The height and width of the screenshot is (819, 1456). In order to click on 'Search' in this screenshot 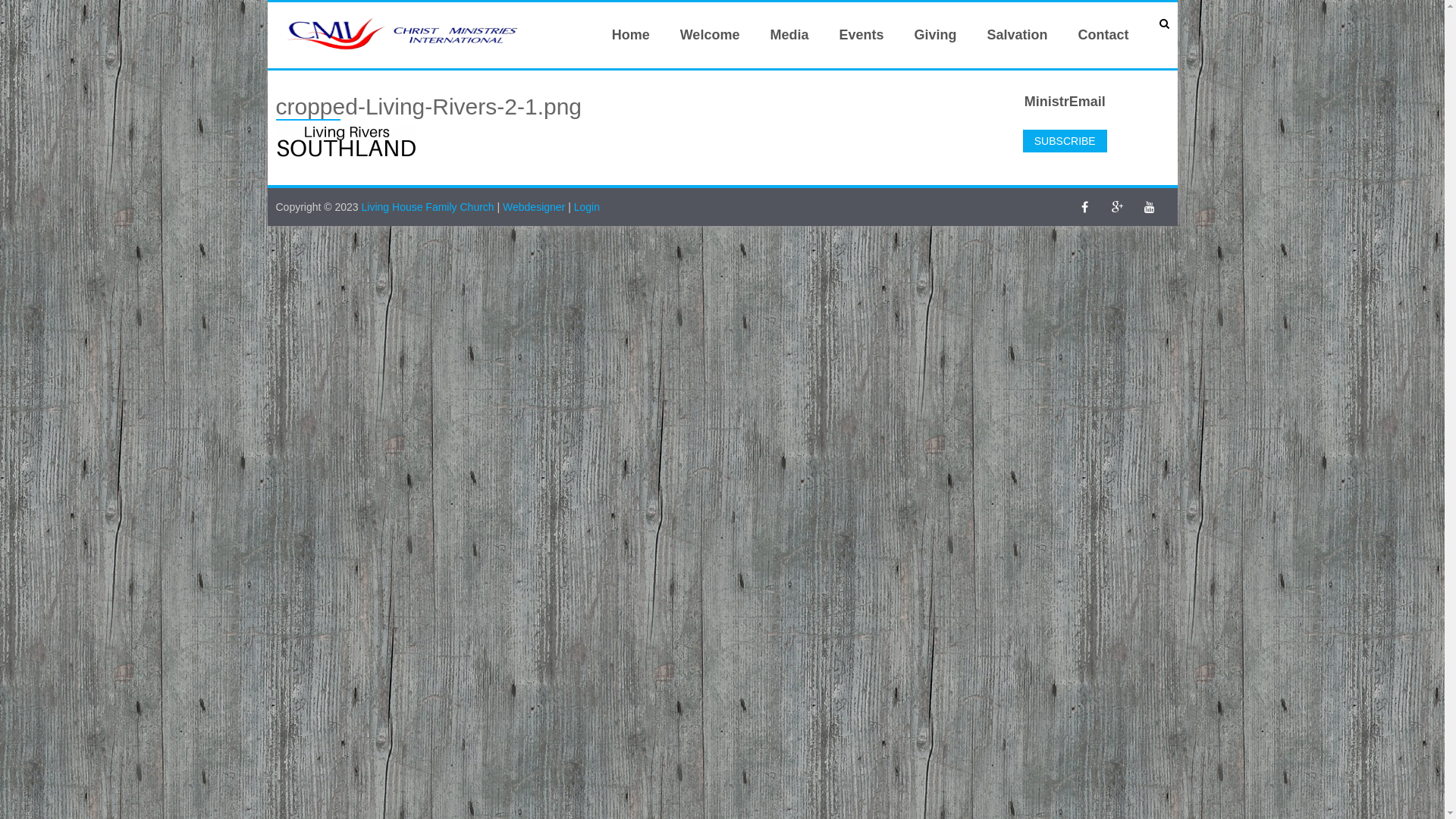, I will do `click(33, 12)`.